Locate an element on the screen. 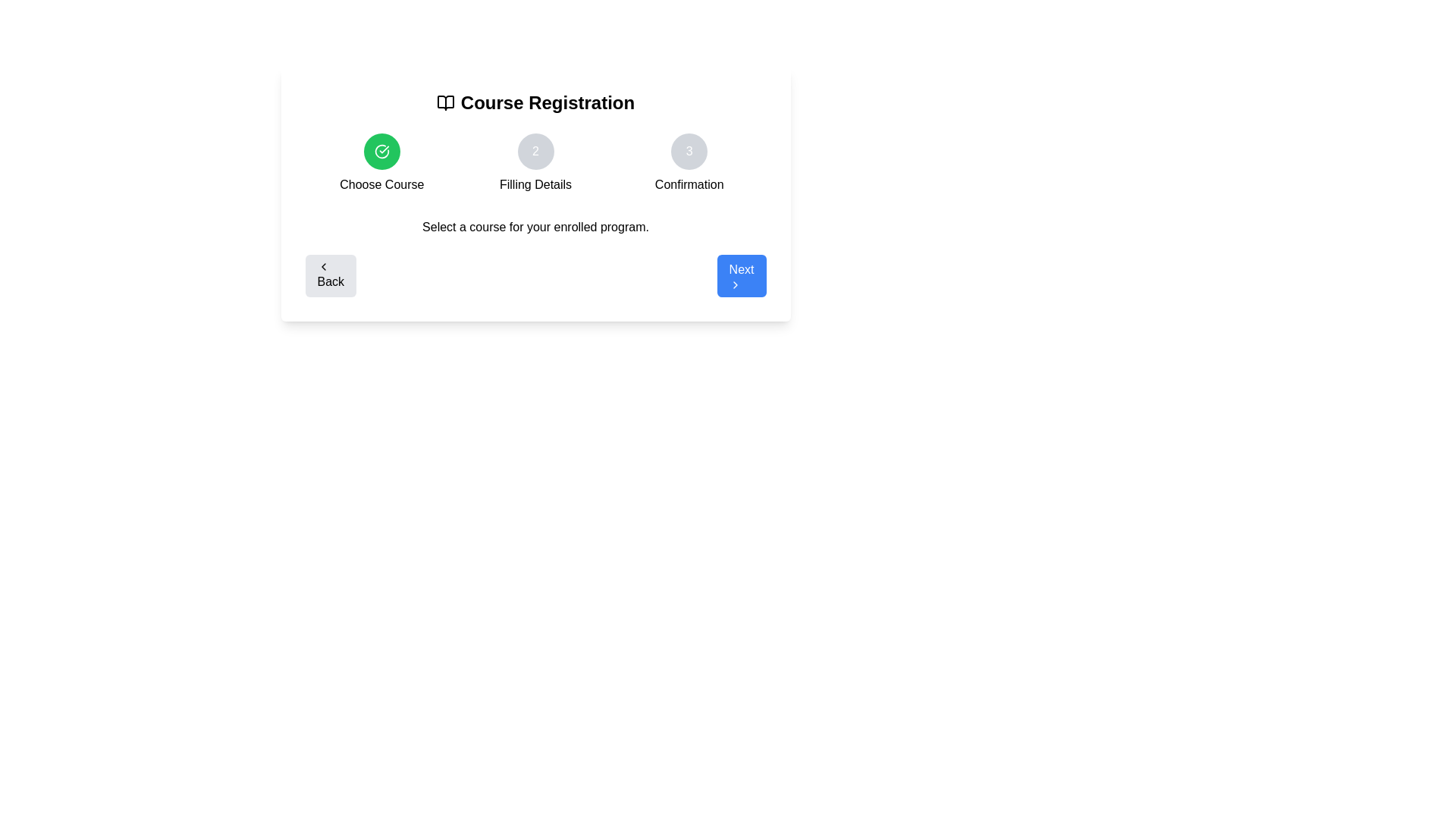 The width and height of the screenshot is (1456, 819). the static text label that provides guidance for selecting a course in the current step, located centrally below the progress step indicators is located at coordinates (535, 227).